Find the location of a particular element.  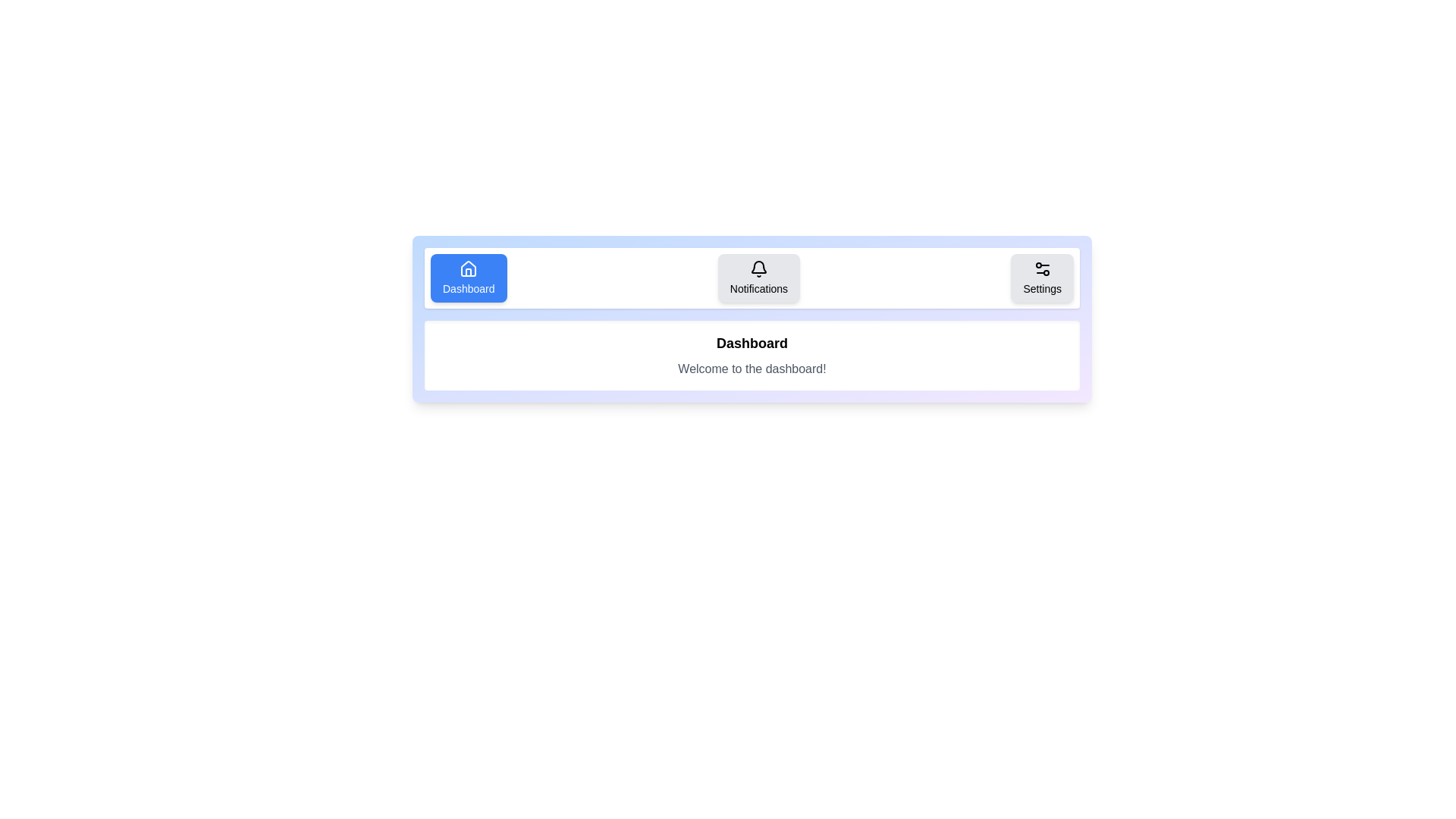

the tab labeled Settings is located at coordinates (1041, 278).